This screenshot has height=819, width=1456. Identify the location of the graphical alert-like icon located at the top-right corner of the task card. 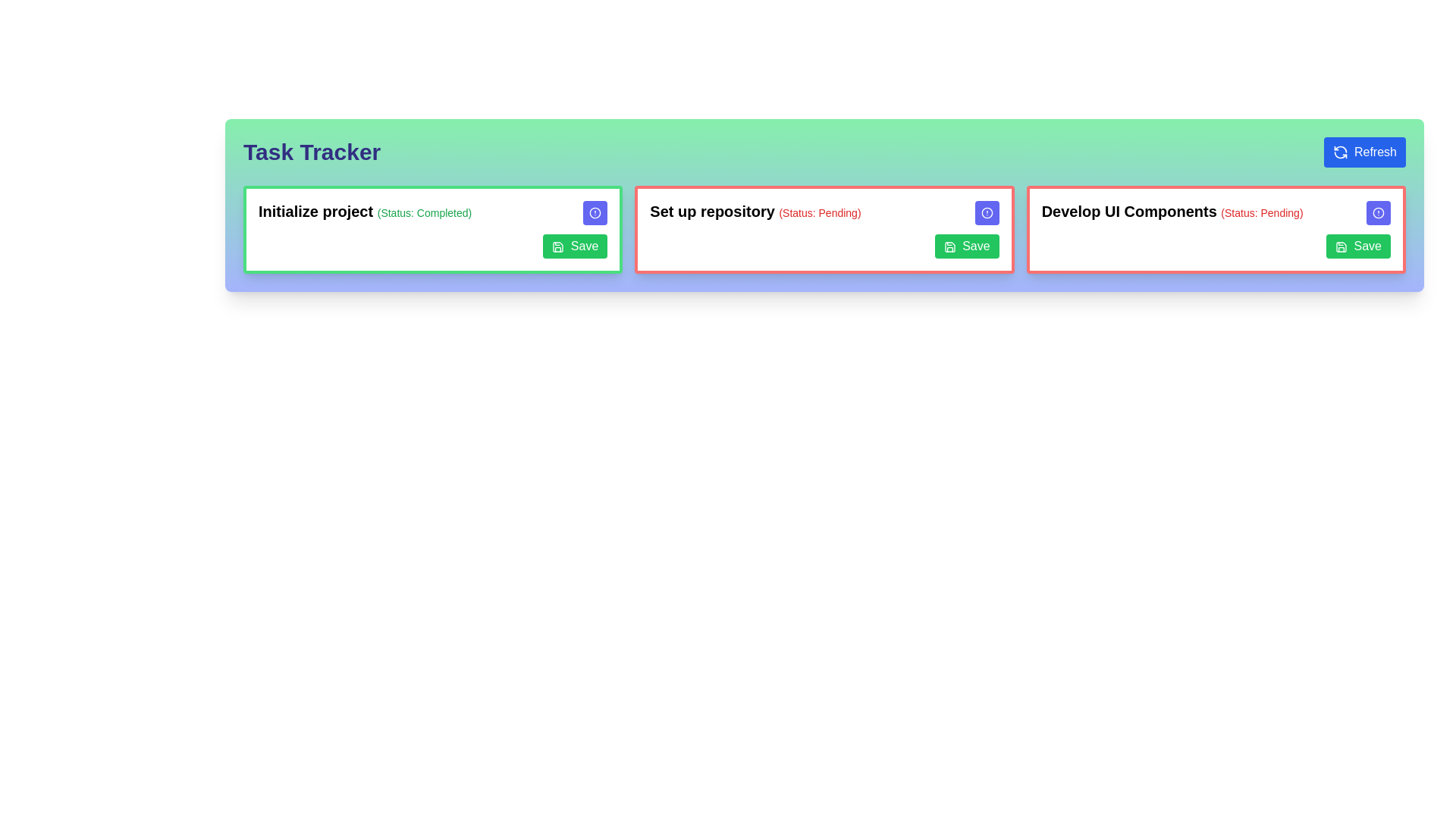
(1379, 213).